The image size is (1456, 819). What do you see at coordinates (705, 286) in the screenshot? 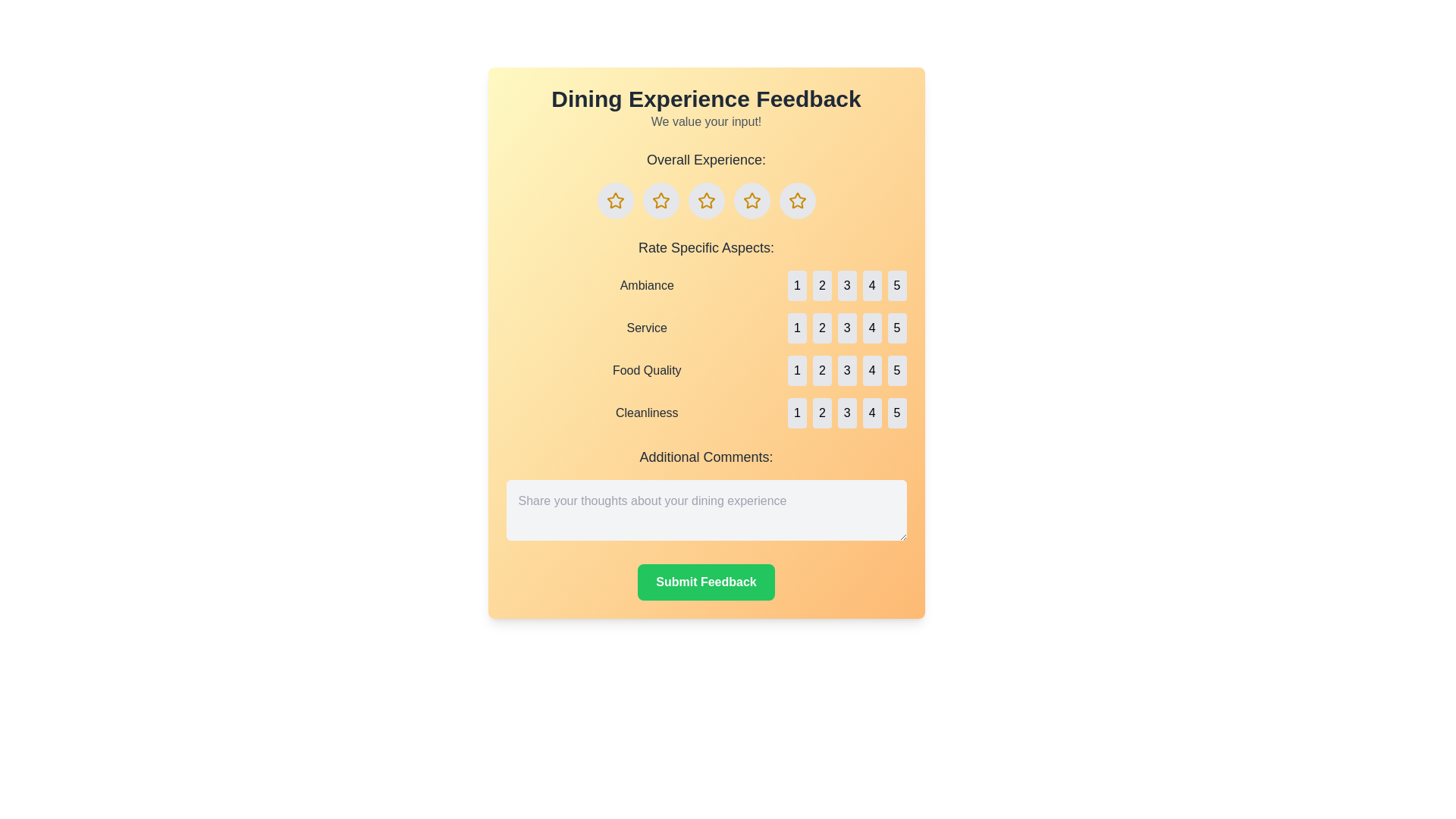
I see `the numeric buttons of the 'Ambiance' rating control` at bounding box center [705, 286].